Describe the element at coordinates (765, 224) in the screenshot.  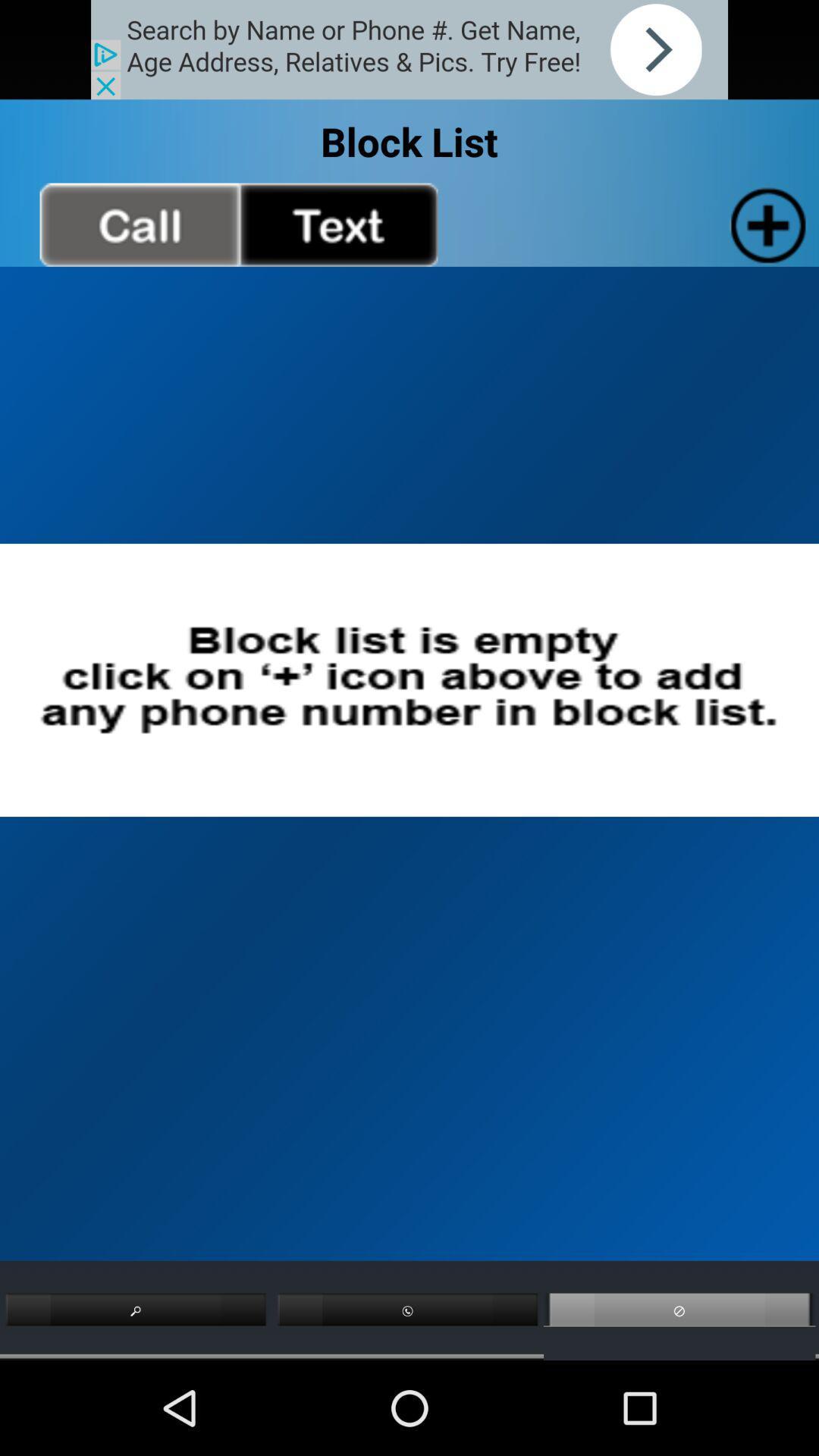
I see `item to list` at that location.